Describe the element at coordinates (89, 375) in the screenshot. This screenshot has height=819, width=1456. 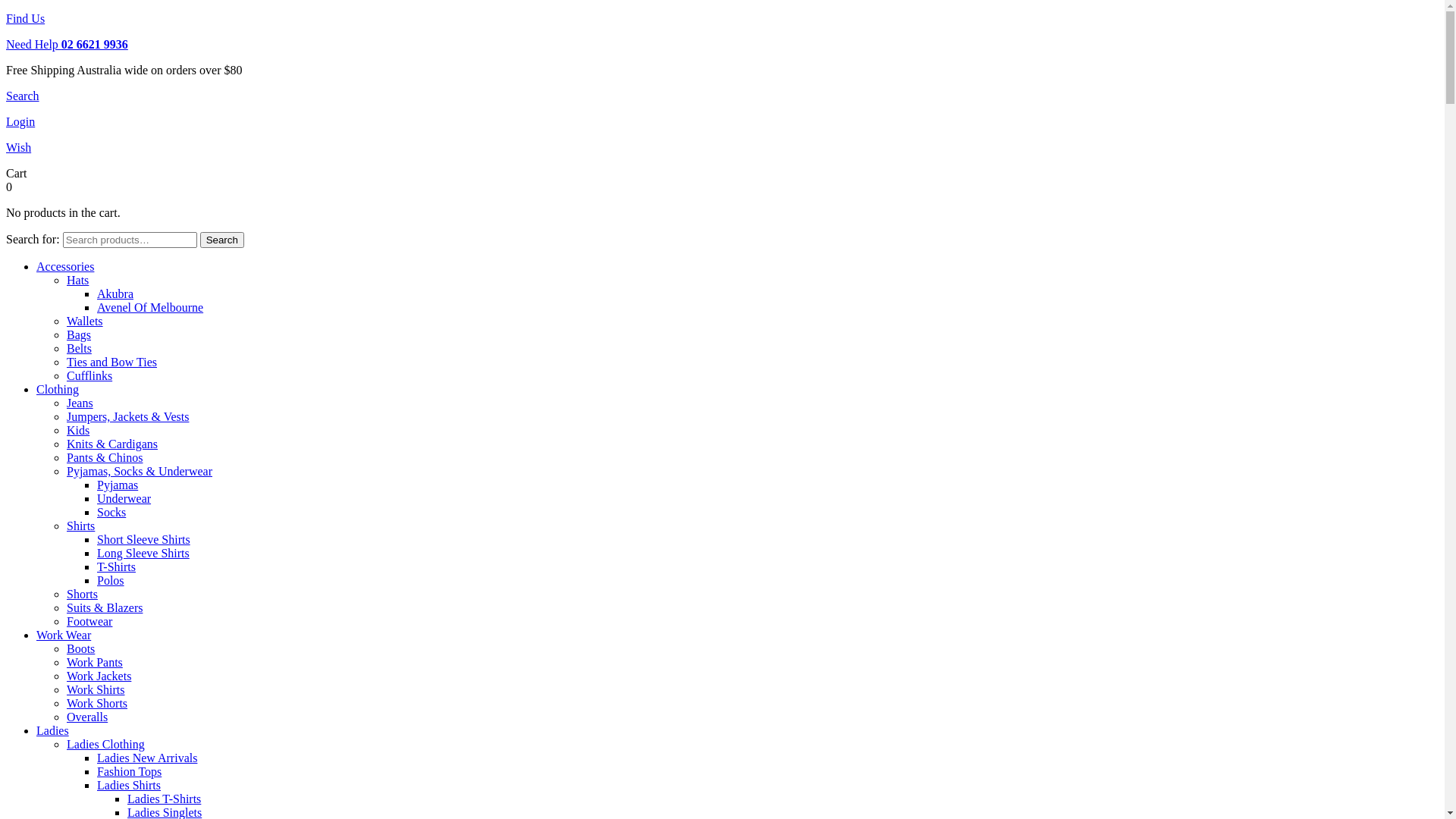
I see `'Cufflinks'` at that location.